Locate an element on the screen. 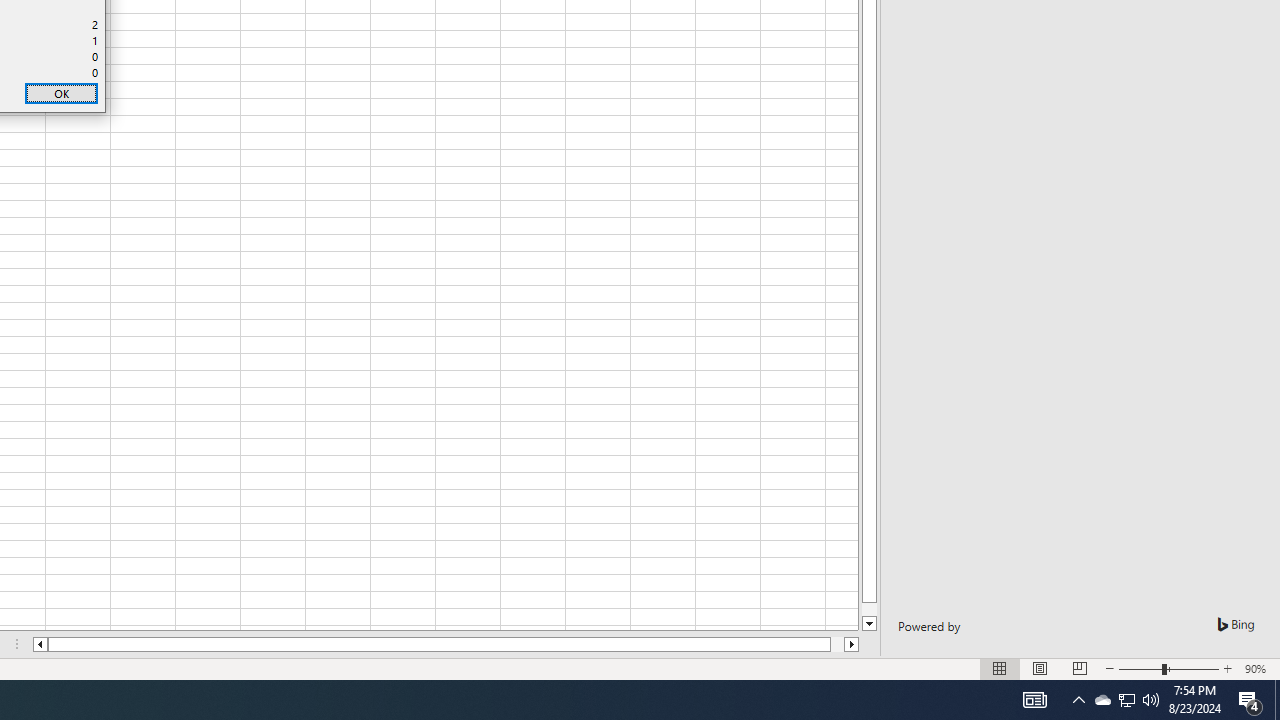 The width and height of the screenshot is (1280, 720). 'Normal' is located at coordinates (1040, 669).